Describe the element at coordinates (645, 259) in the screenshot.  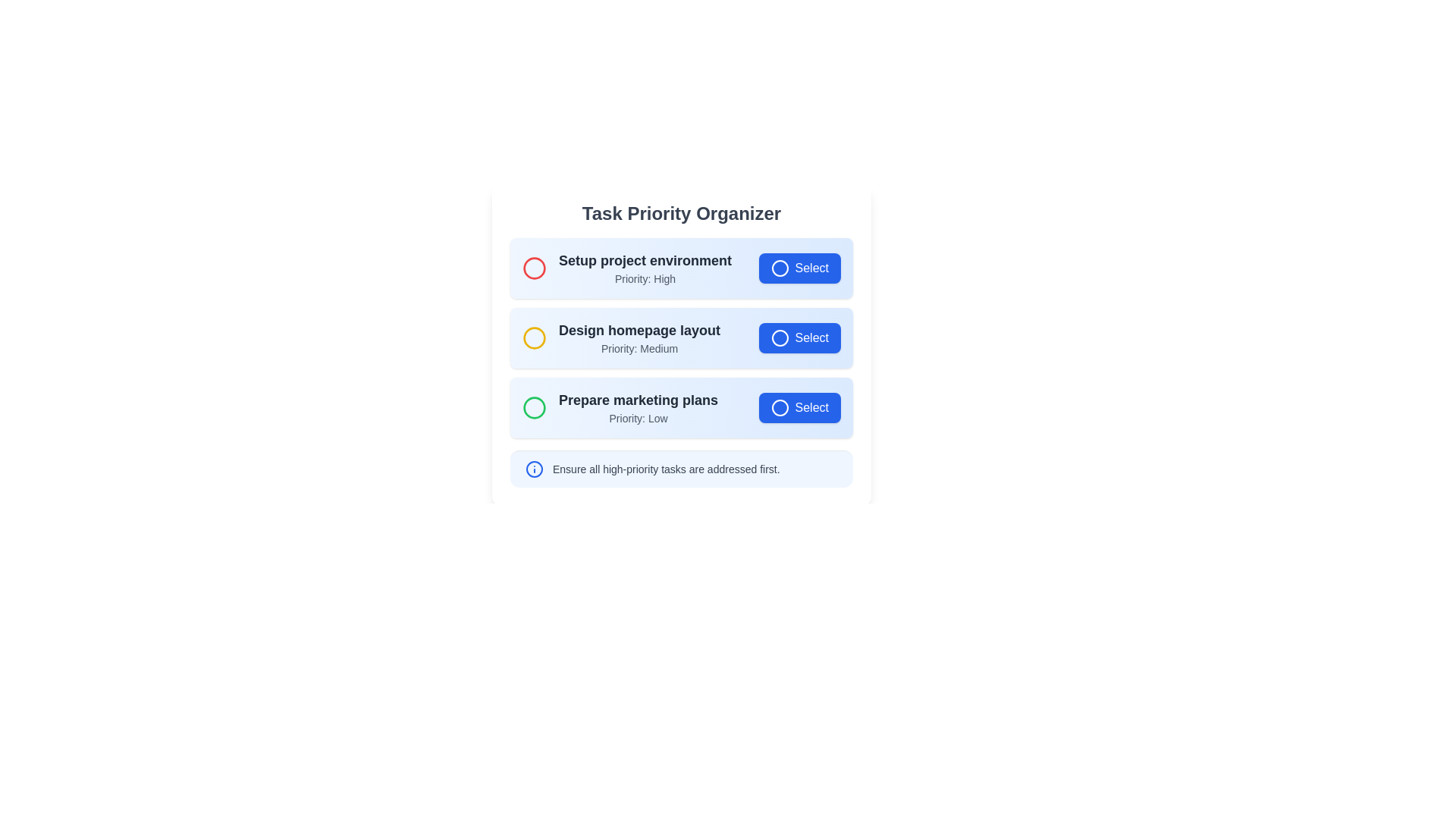
I see `the main title text label that identifies the task, located at the top of the task list, above the 'Priority: High' text` at that location.